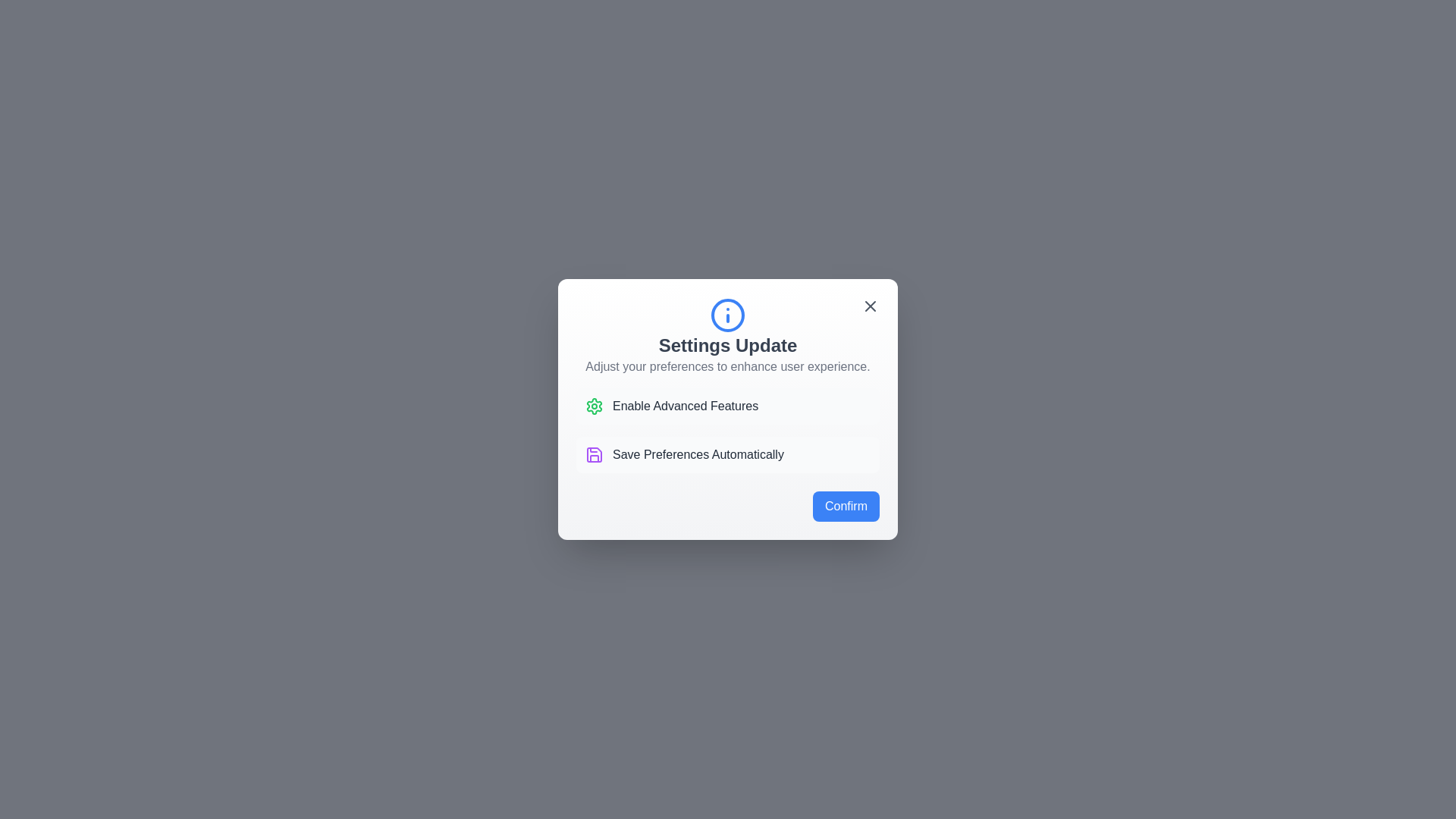 The width and height of the screenshot is (1456, 819). What do you see at coordinates (870, 306) in the screenshot?
I see `close button located at the top-right corner of the dialog` at bounding box center [870, 306].